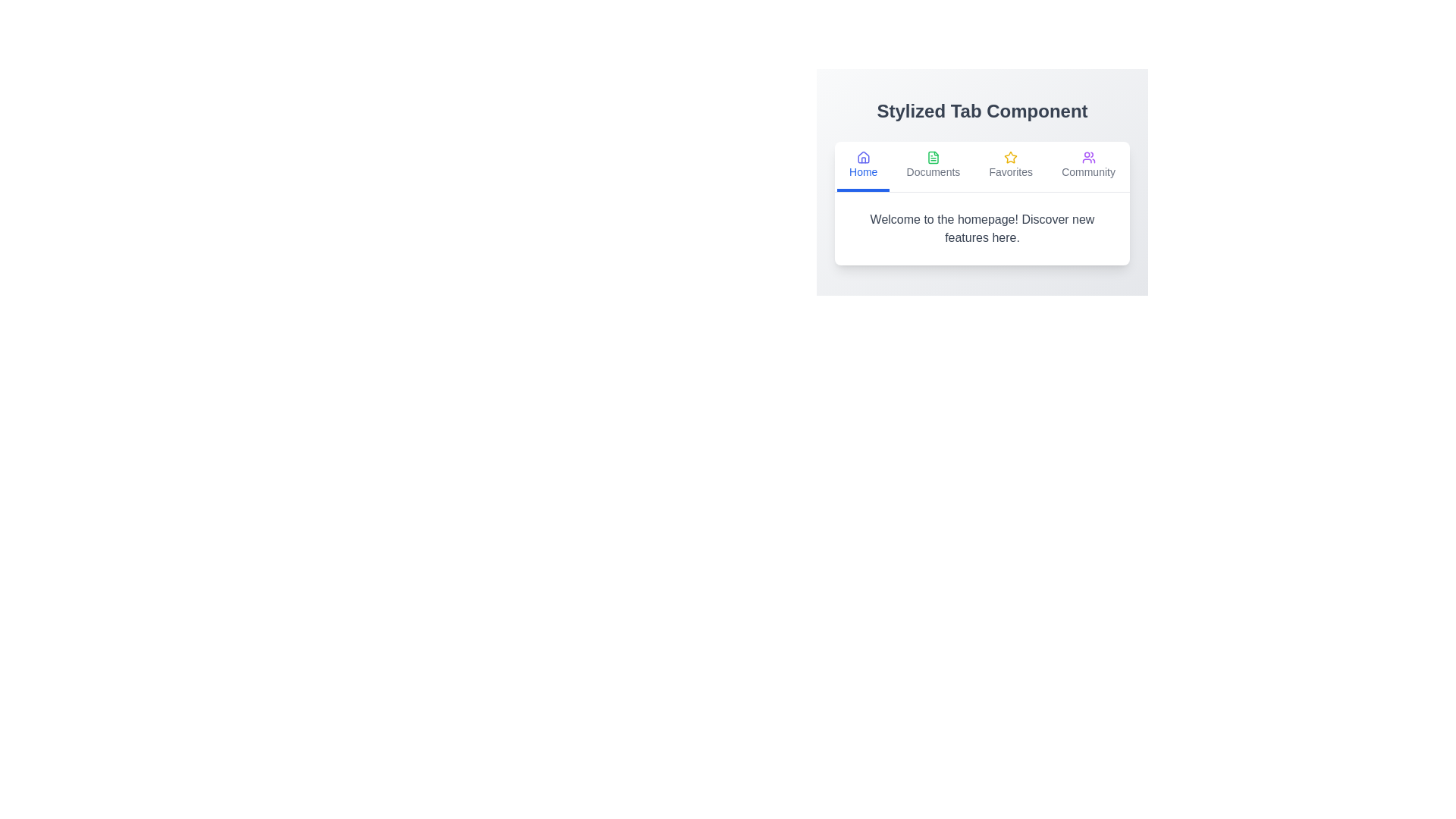 This screenshot has width=1456, height=819. I want to click on the 'Home' tab label in the navigation bar to switch to the 'Home' content, so click(862, 171).